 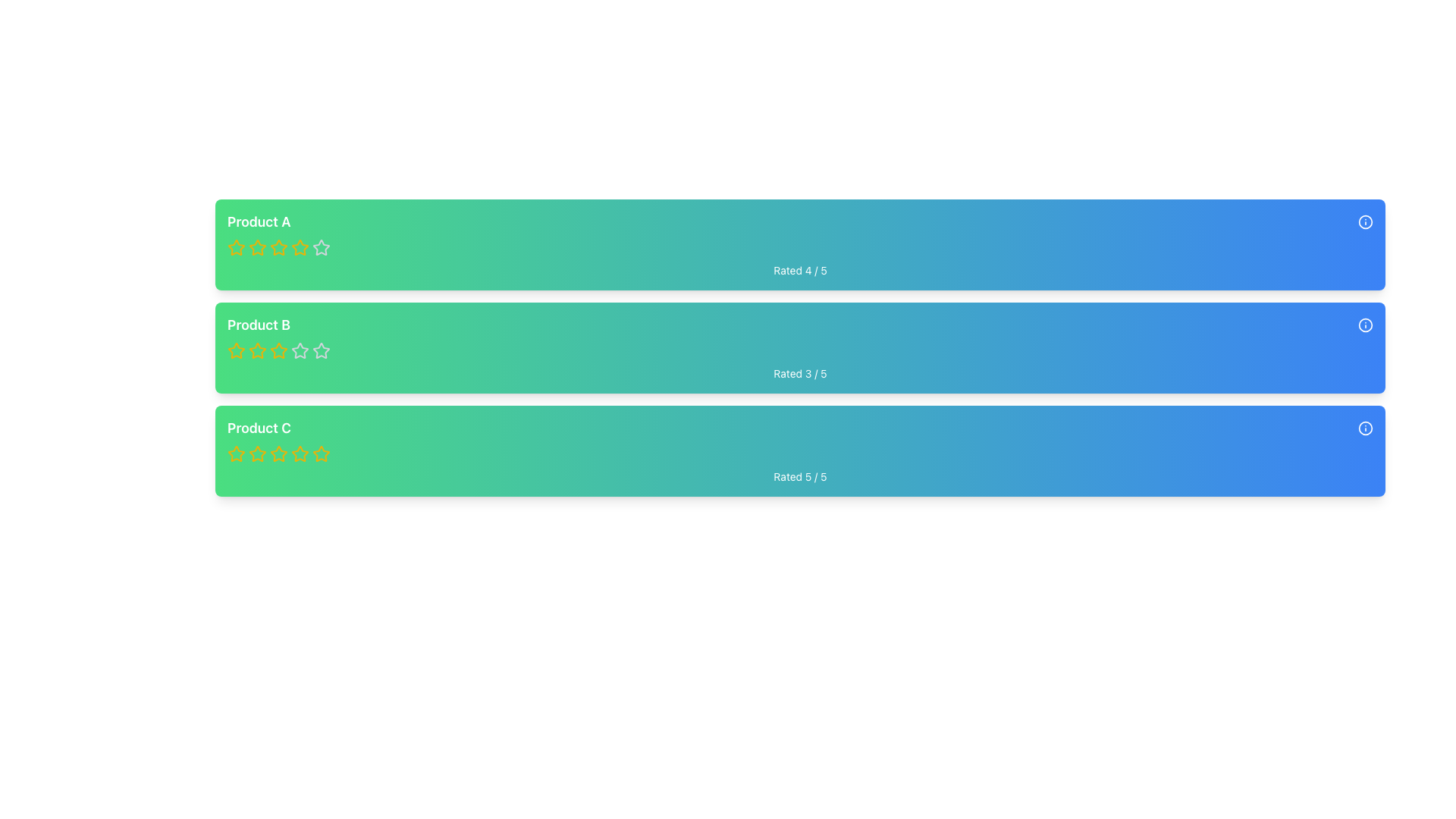 I want to click on the circular element with a blue outline that represents information, located at the center of the information icon on the right side of the 'Product B' blue bar, so click(x=1365, y=324).